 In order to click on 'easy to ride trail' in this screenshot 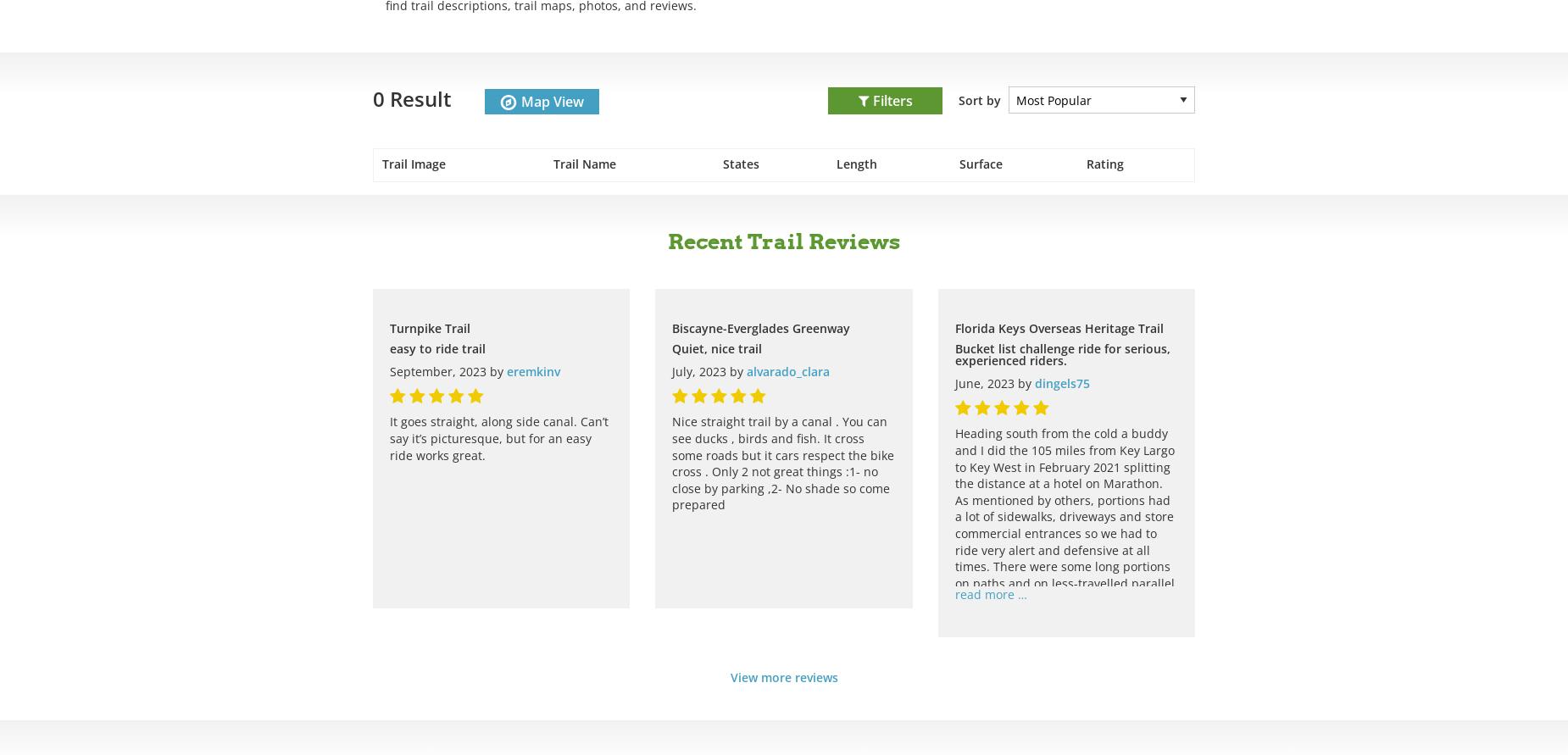, I will do `click(388, 347)`.